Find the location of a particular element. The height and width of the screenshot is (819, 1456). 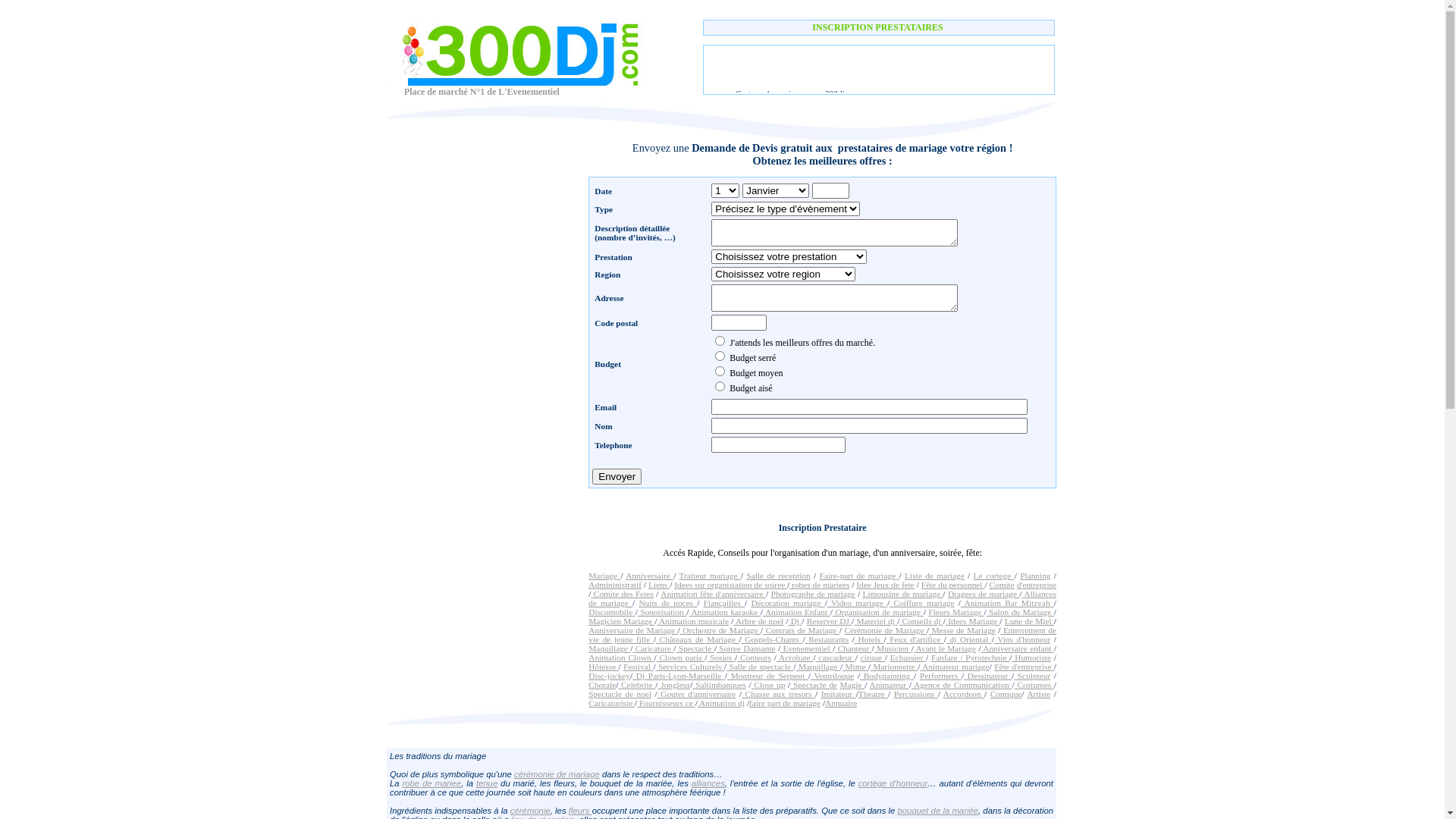

'Liens' is located at coordinates (658, 584).